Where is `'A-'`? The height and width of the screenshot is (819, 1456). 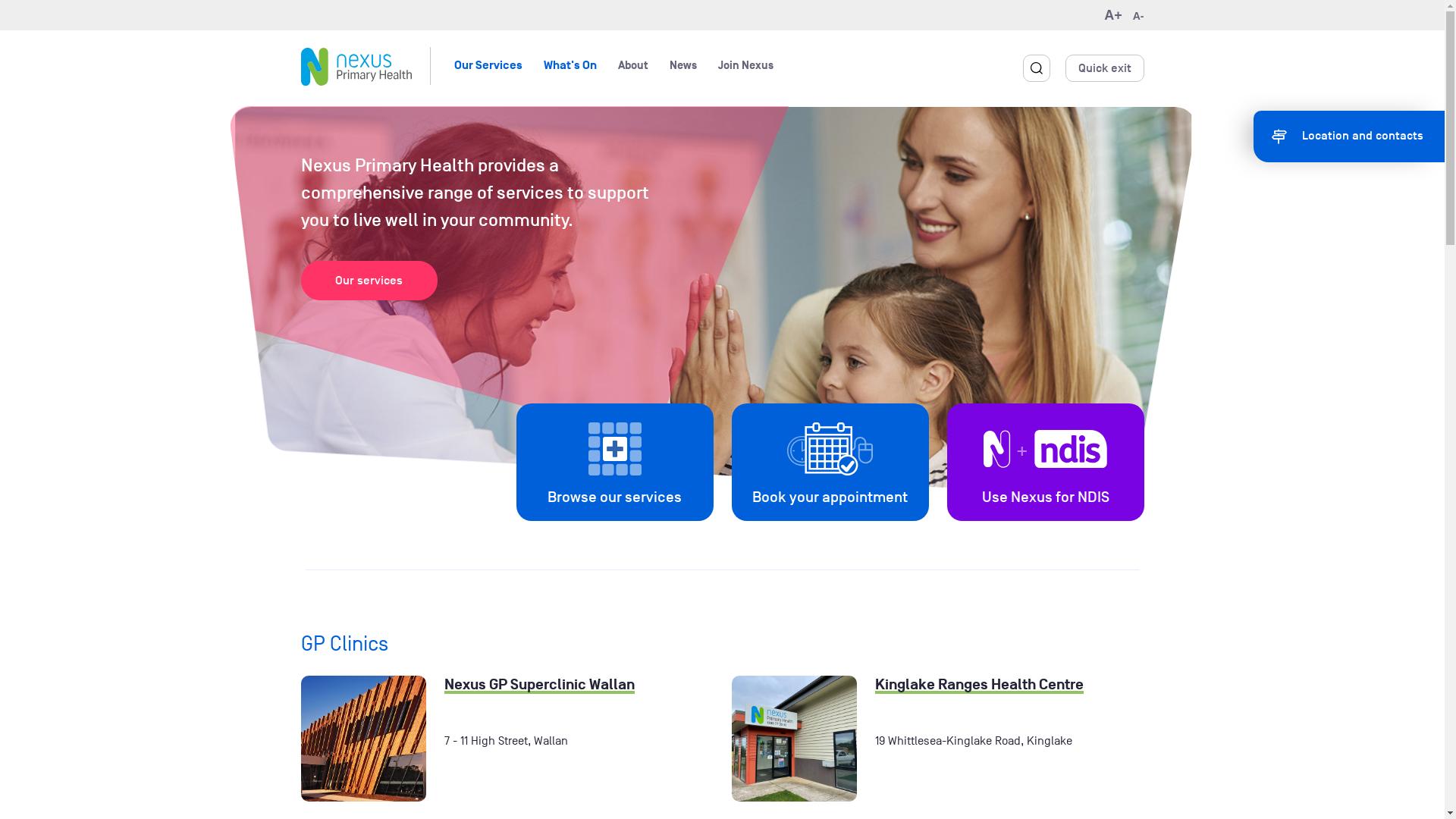
'A-' is located at coordinates (1138, 15).